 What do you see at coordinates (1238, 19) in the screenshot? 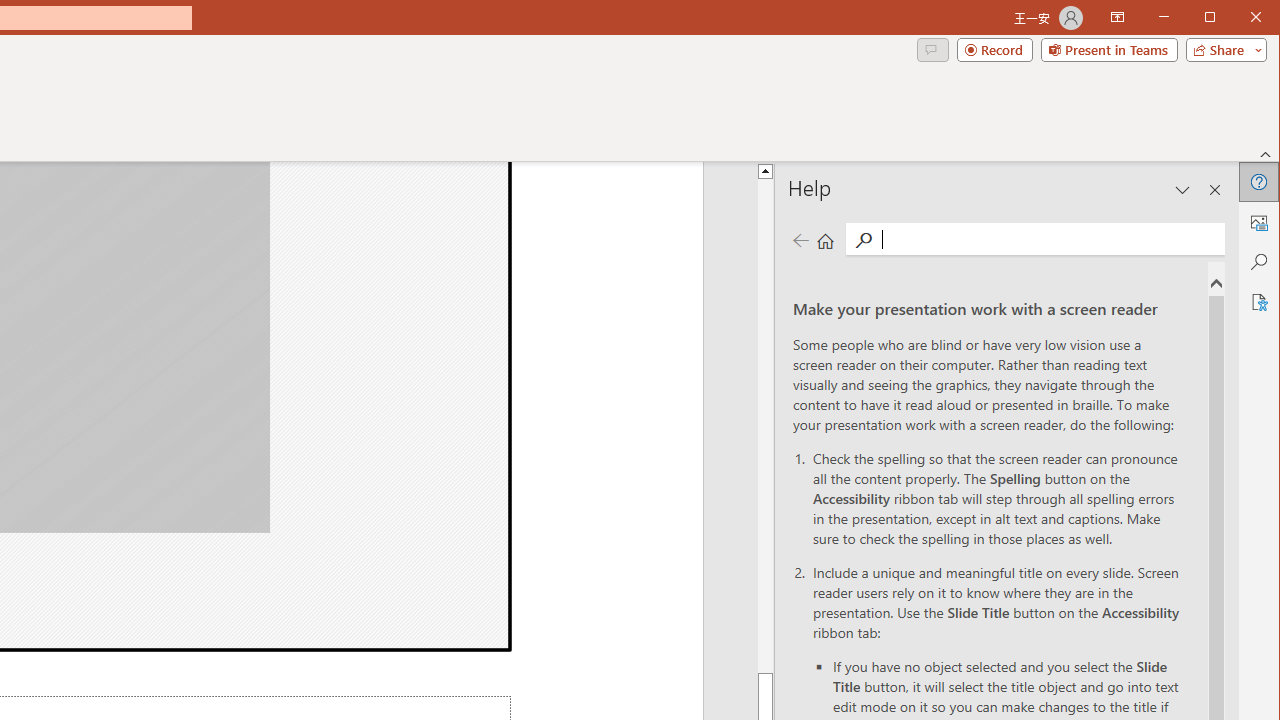
I see `'Maximize'` at bounding box center [1238, 19].